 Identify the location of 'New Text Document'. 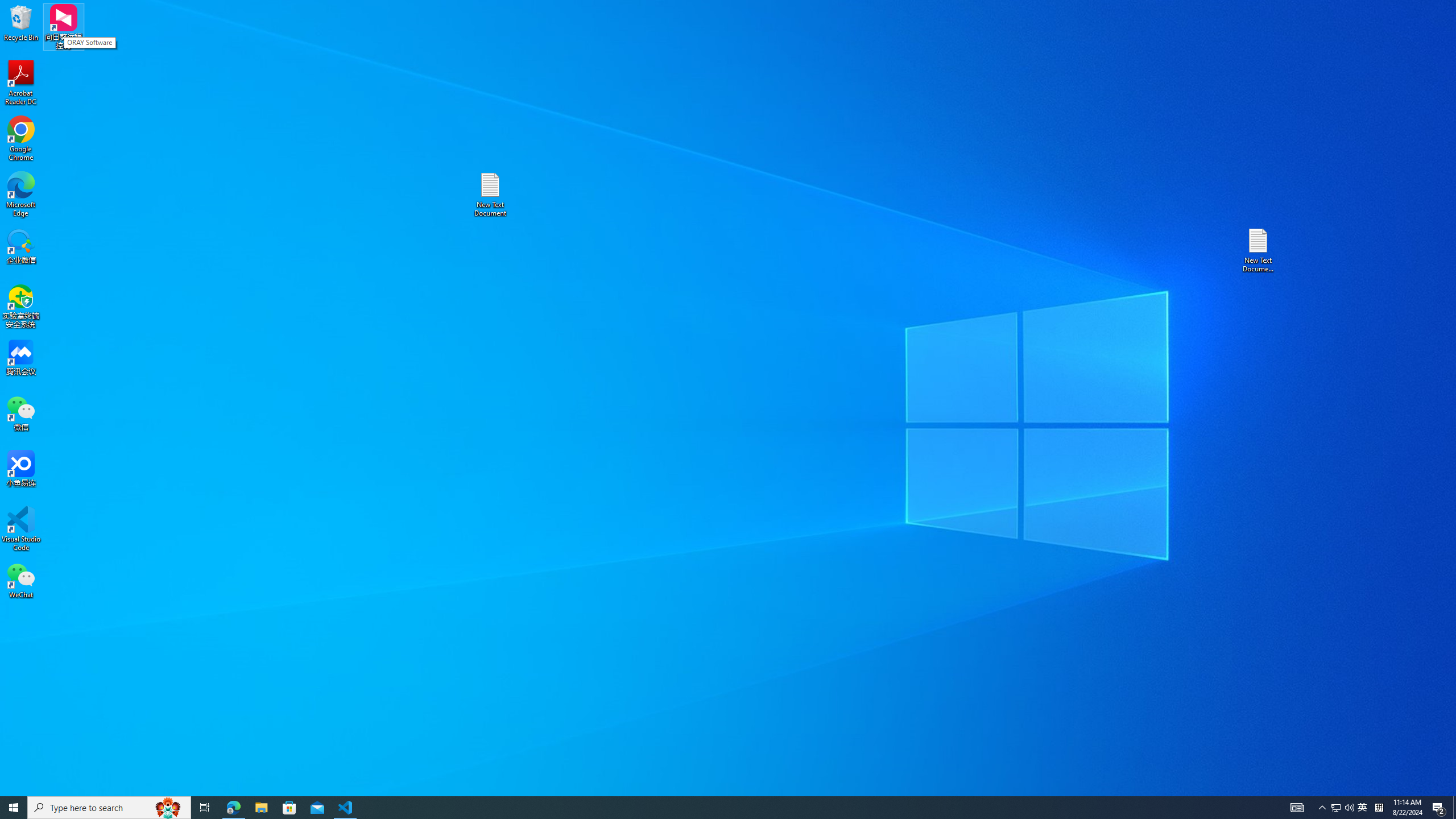
(489, 194).